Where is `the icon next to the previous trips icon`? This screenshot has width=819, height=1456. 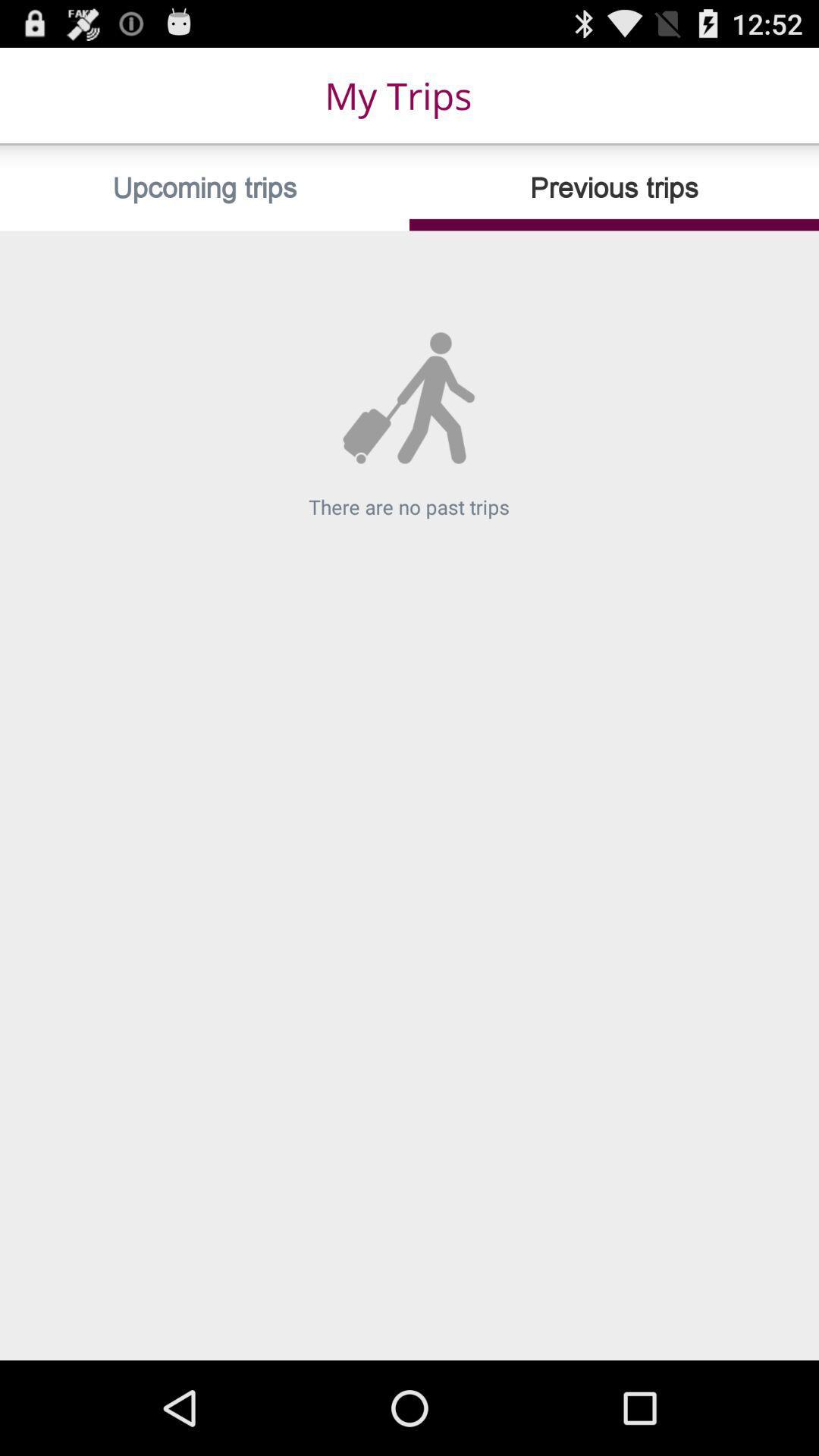 the icon next to the previous trips icon is located at coordinates (205, 187).